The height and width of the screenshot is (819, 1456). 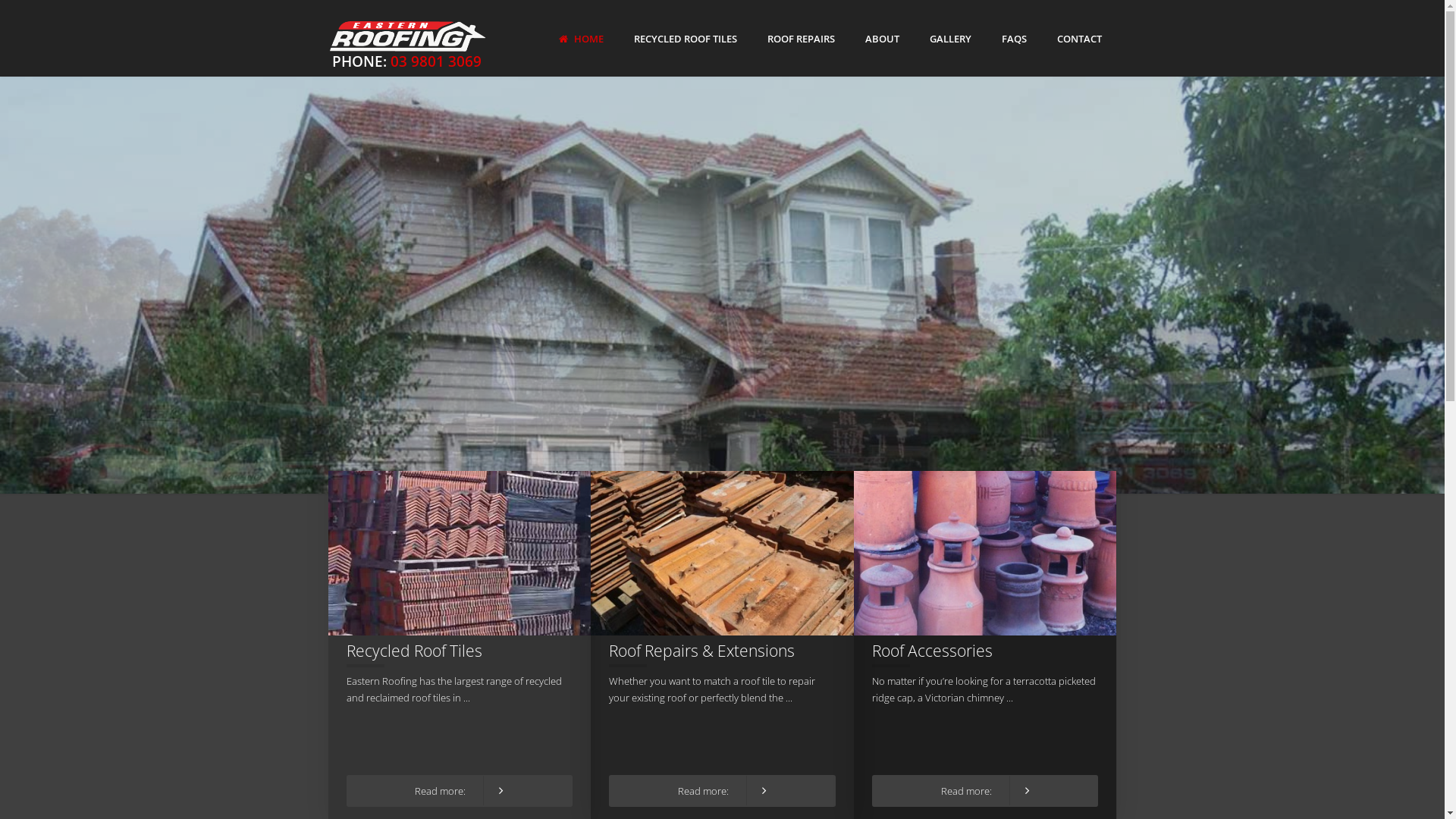 I want to click on 'Roof Repairs & Extensions', so click(x=701, y=649).